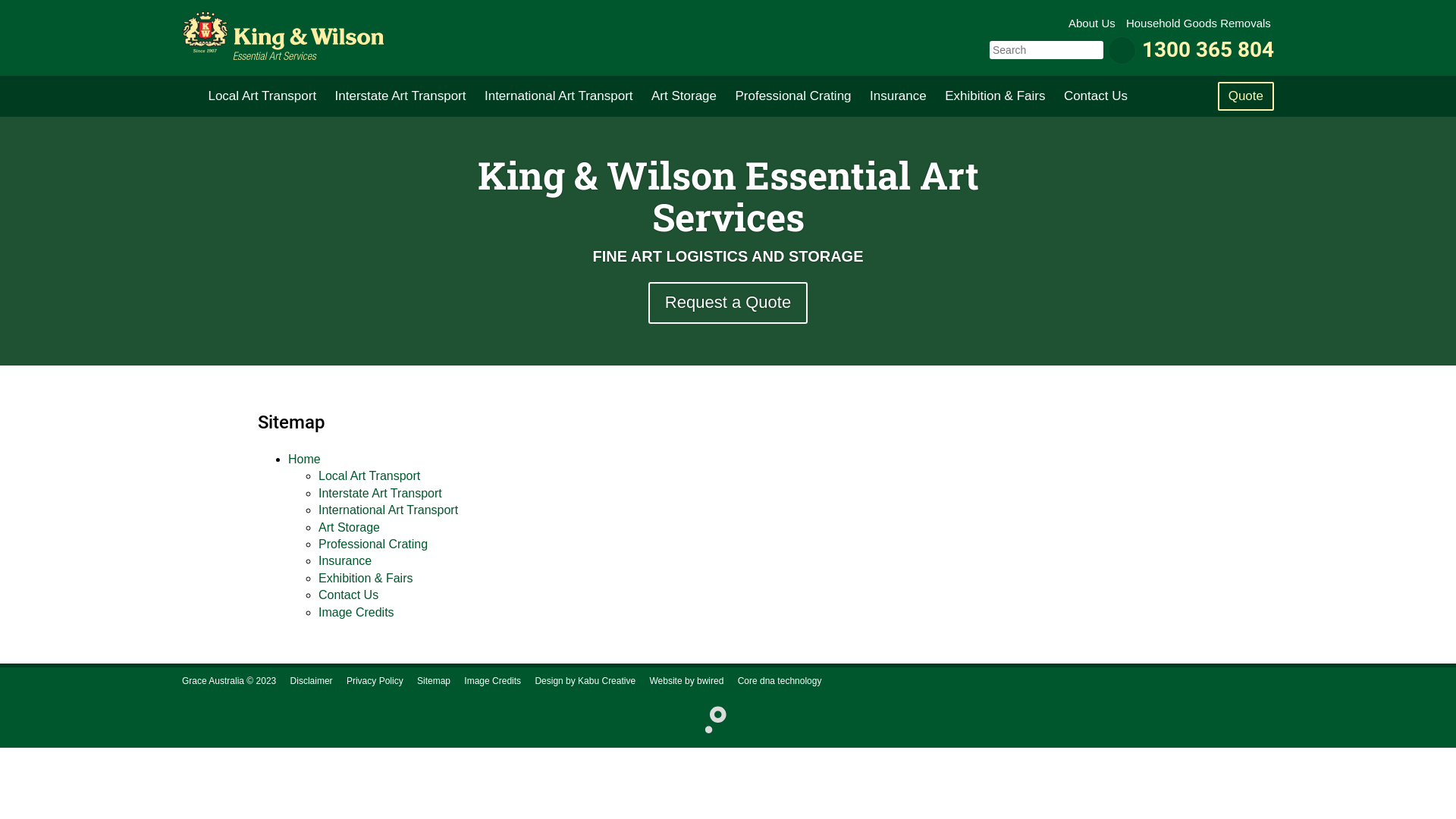  I want to click on 'Local Art Transport', so click(369, 475).